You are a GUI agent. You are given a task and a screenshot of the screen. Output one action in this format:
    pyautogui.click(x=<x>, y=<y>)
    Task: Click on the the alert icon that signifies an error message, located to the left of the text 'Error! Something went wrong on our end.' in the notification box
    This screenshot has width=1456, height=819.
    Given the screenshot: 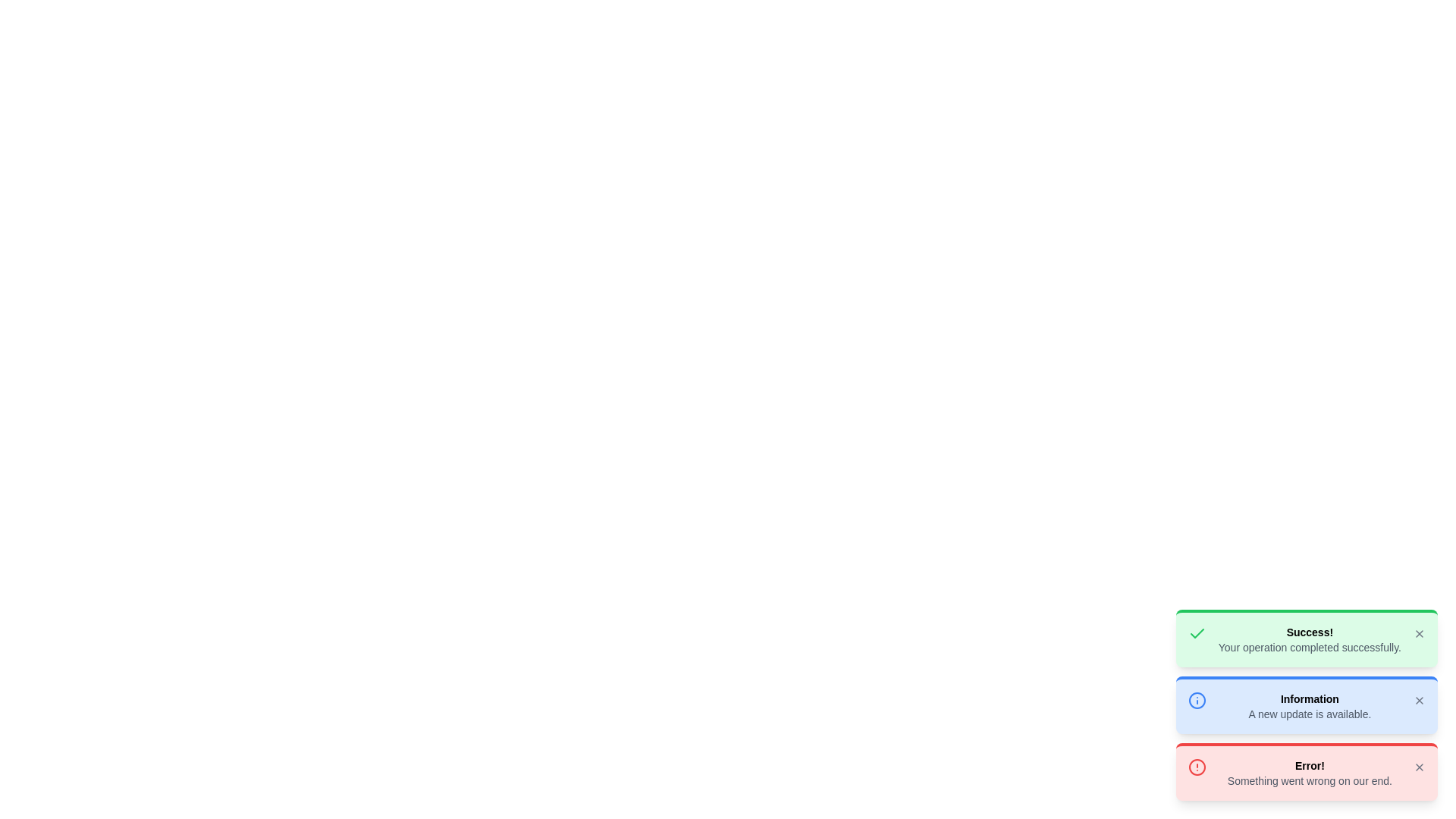 What is the action you would take?
    pyautogui.click(x=1196, y=767)
    